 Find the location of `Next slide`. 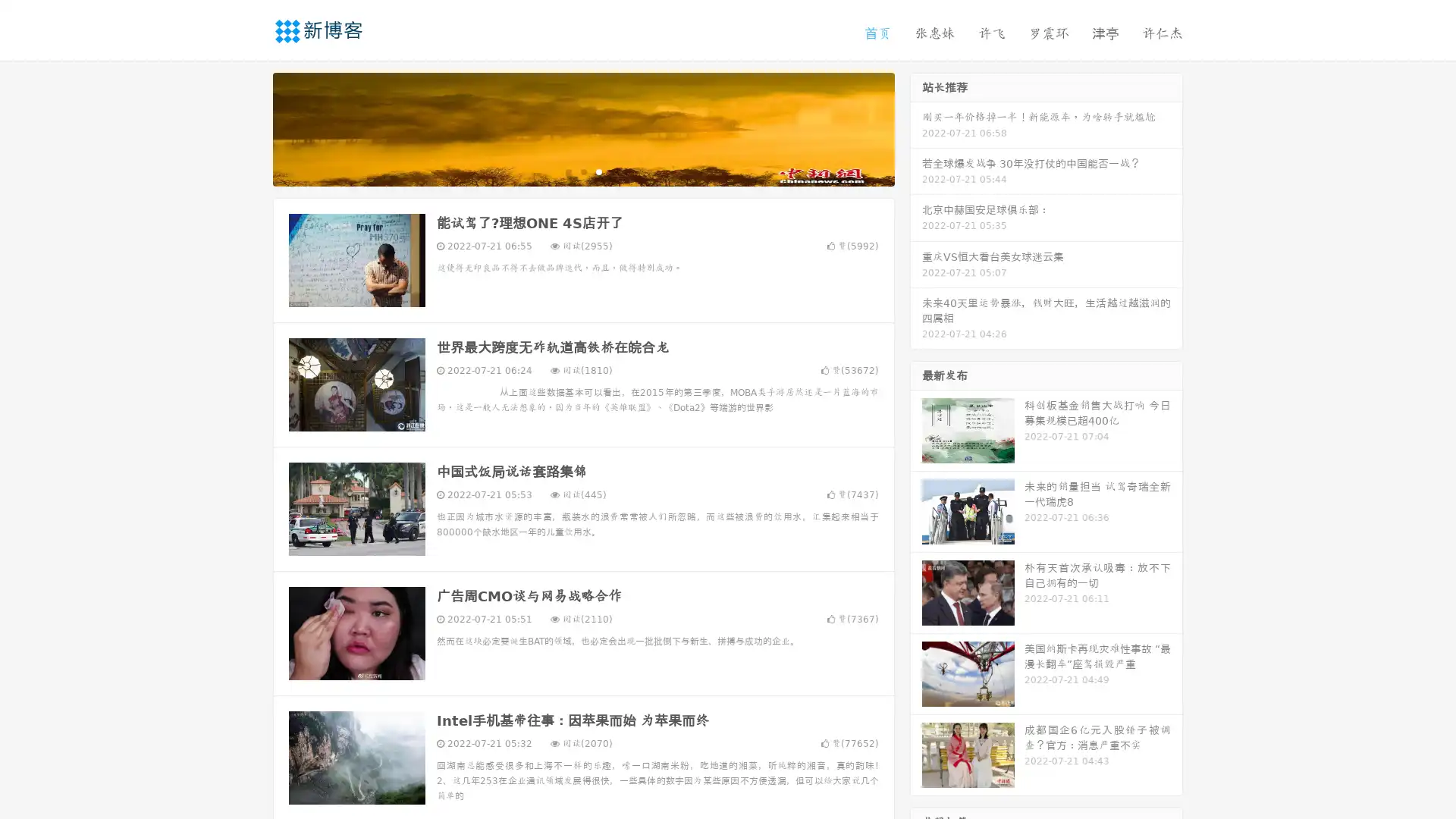

Next slide is located at coordinates (916, 127).